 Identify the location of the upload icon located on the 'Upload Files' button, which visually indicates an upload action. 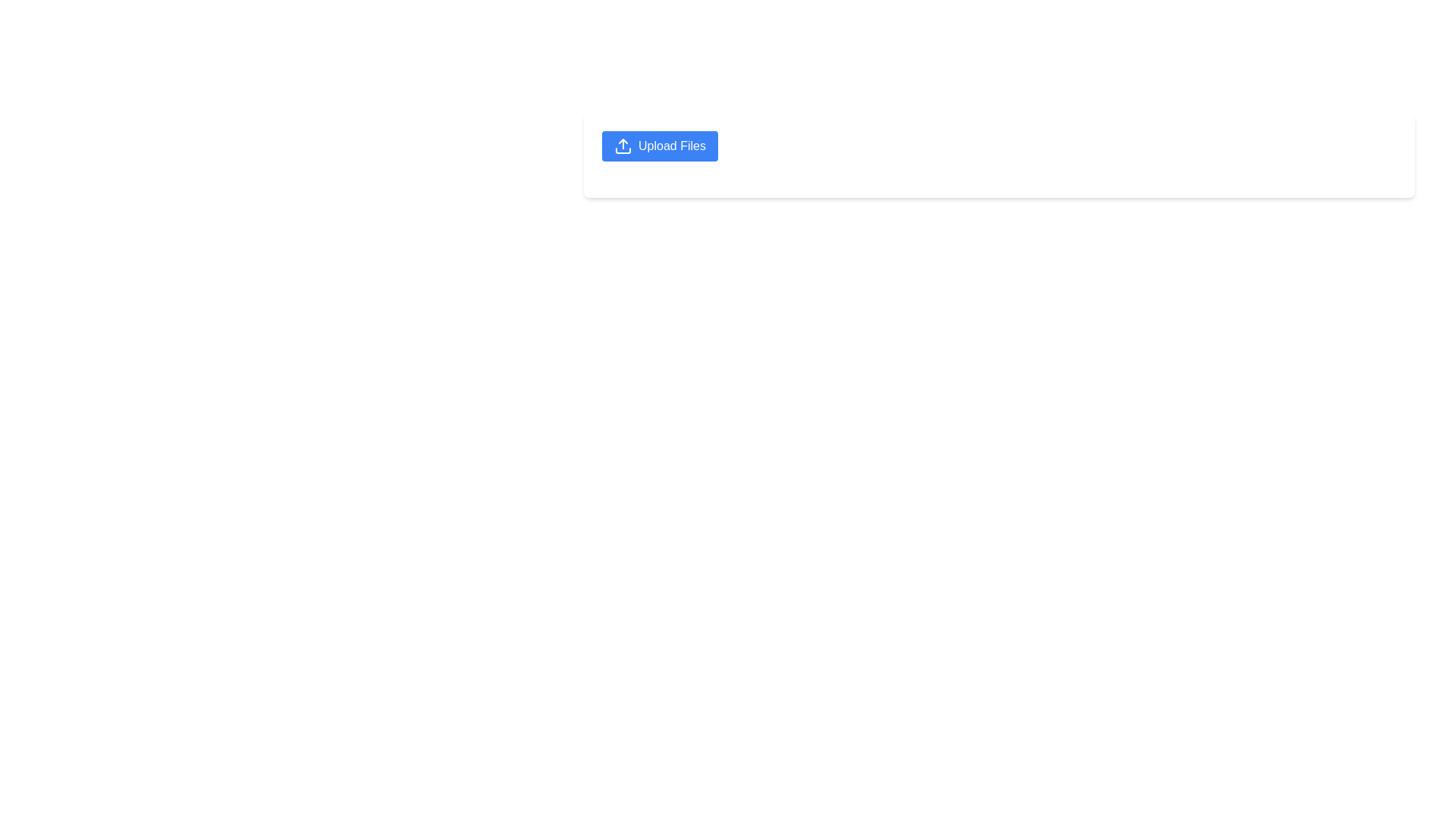
(623, 146).